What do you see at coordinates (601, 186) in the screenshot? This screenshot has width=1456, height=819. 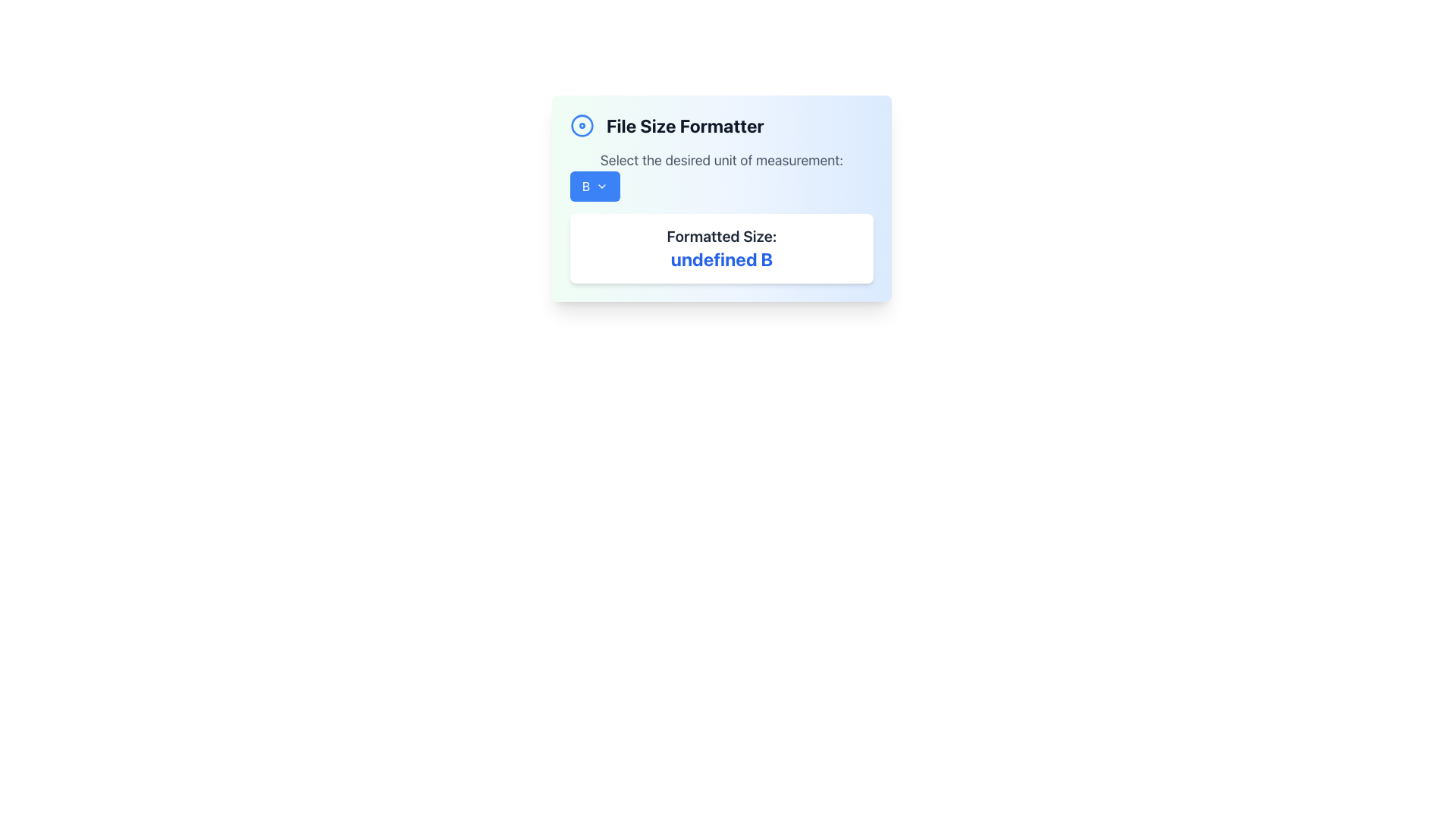 I see `the chevron-down icon located on the right side of the blue button labeled 'B'` at bounding box center [601, 186].